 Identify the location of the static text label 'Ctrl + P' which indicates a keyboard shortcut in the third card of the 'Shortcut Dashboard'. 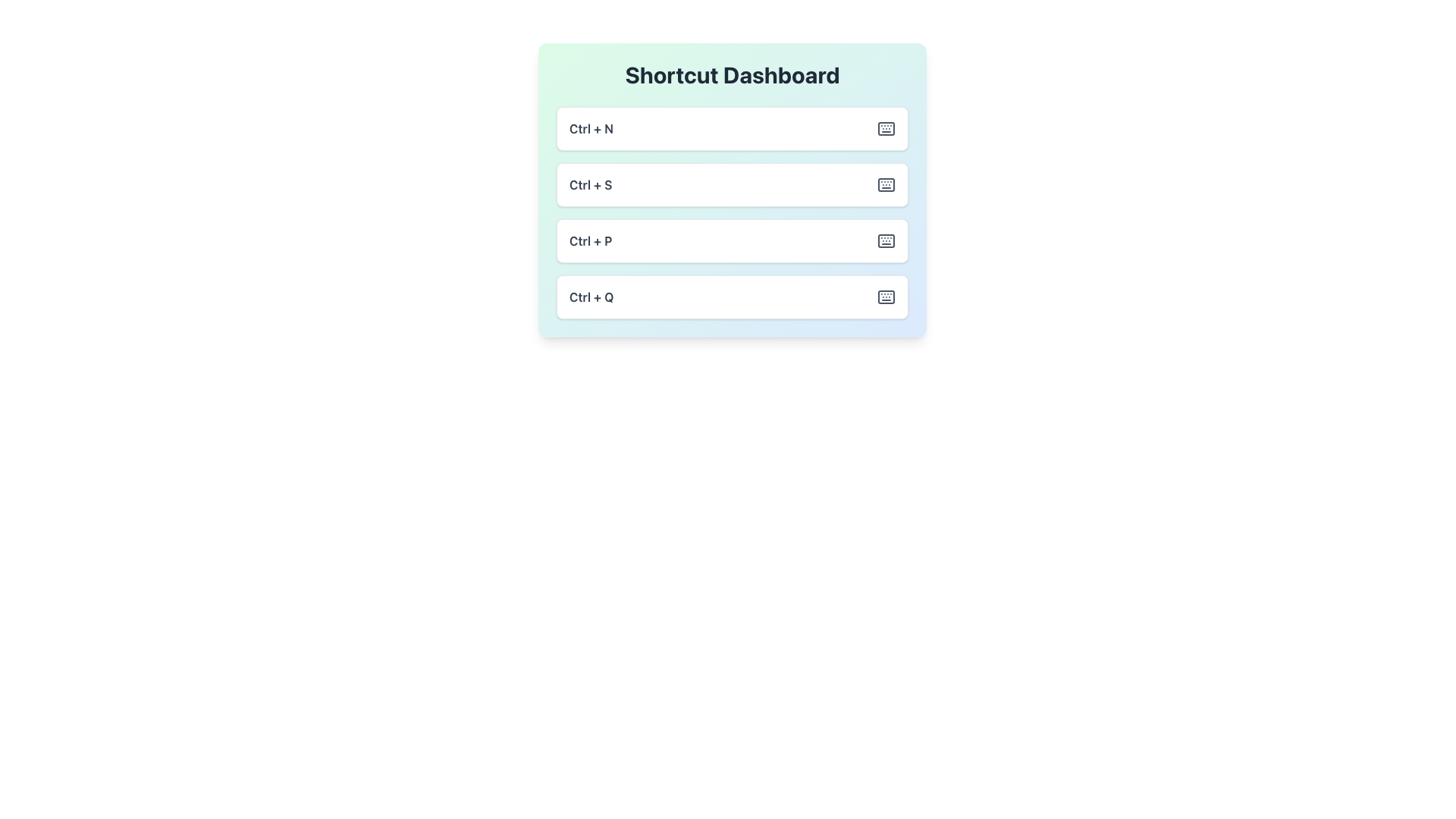
(590, 240).